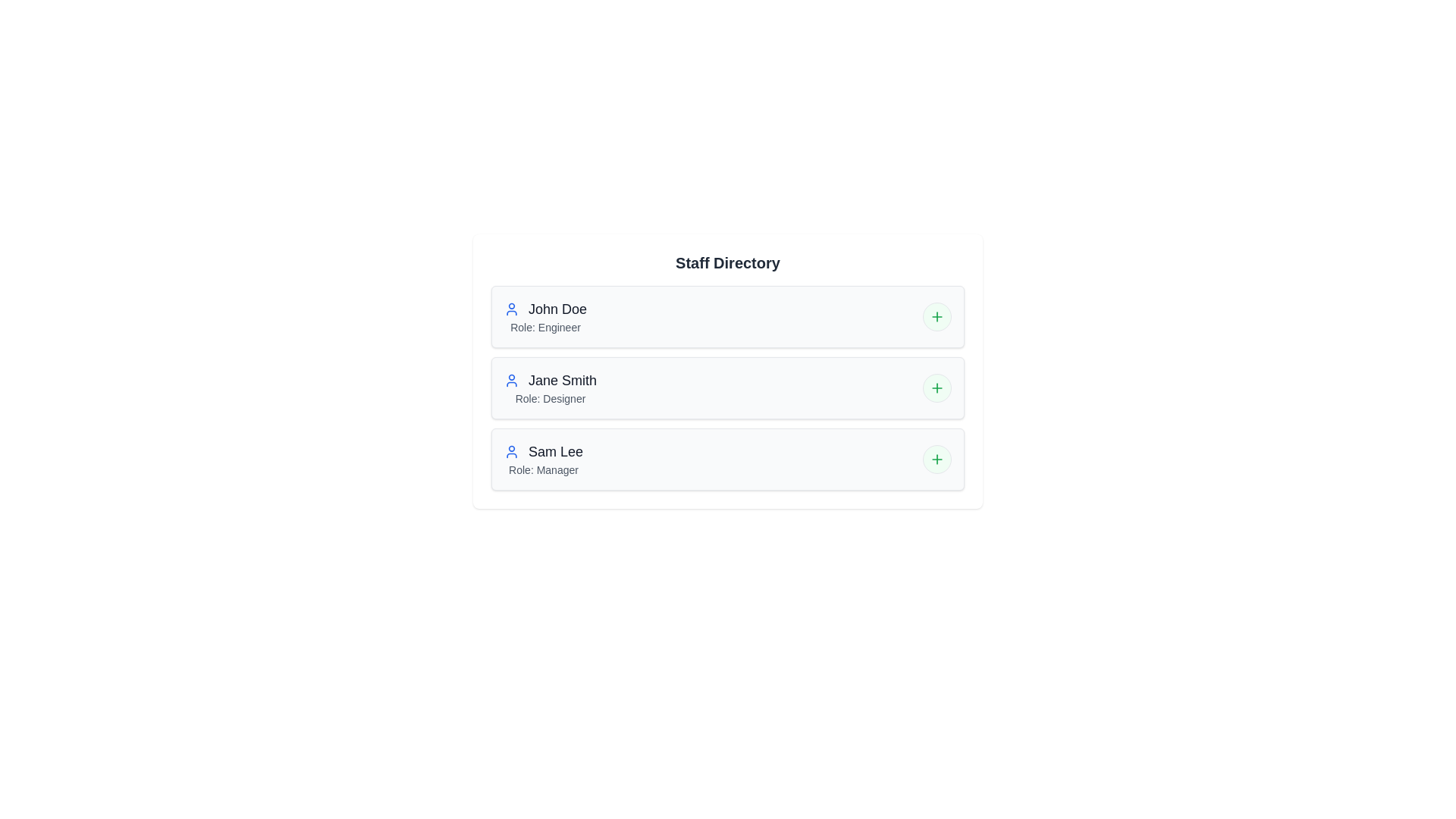 Image resolution: width=1456 pixels, height=819 pixels. Describe the element at coordinates (504, 298) in the screenshot. I see `the text of the staff member John Doe` at that location.